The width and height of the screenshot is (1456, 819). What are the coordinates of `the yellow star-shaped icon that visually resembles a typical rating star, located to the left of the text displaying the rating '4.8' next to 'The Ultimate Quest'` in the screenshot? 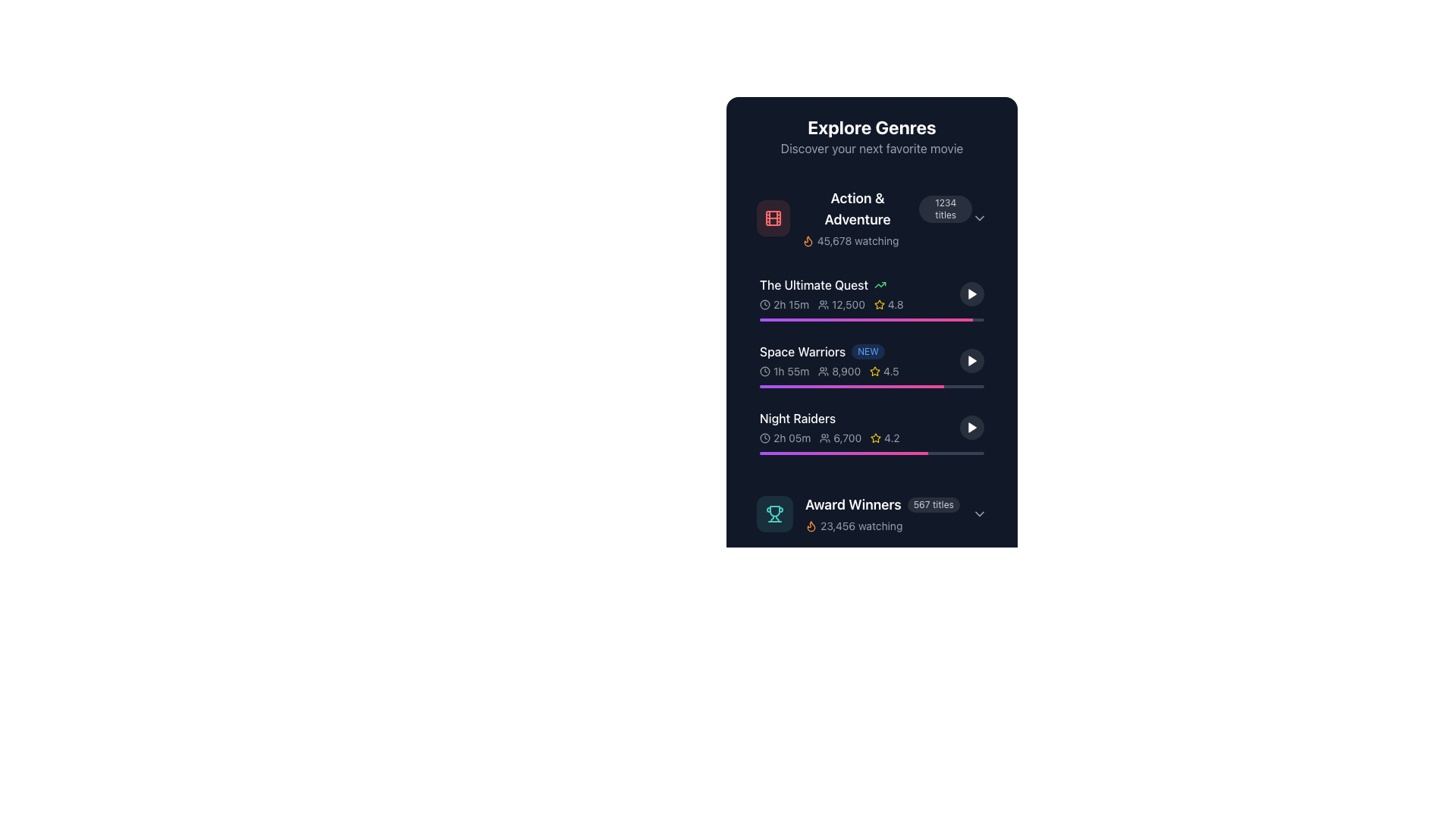 It's located at (879, 304).